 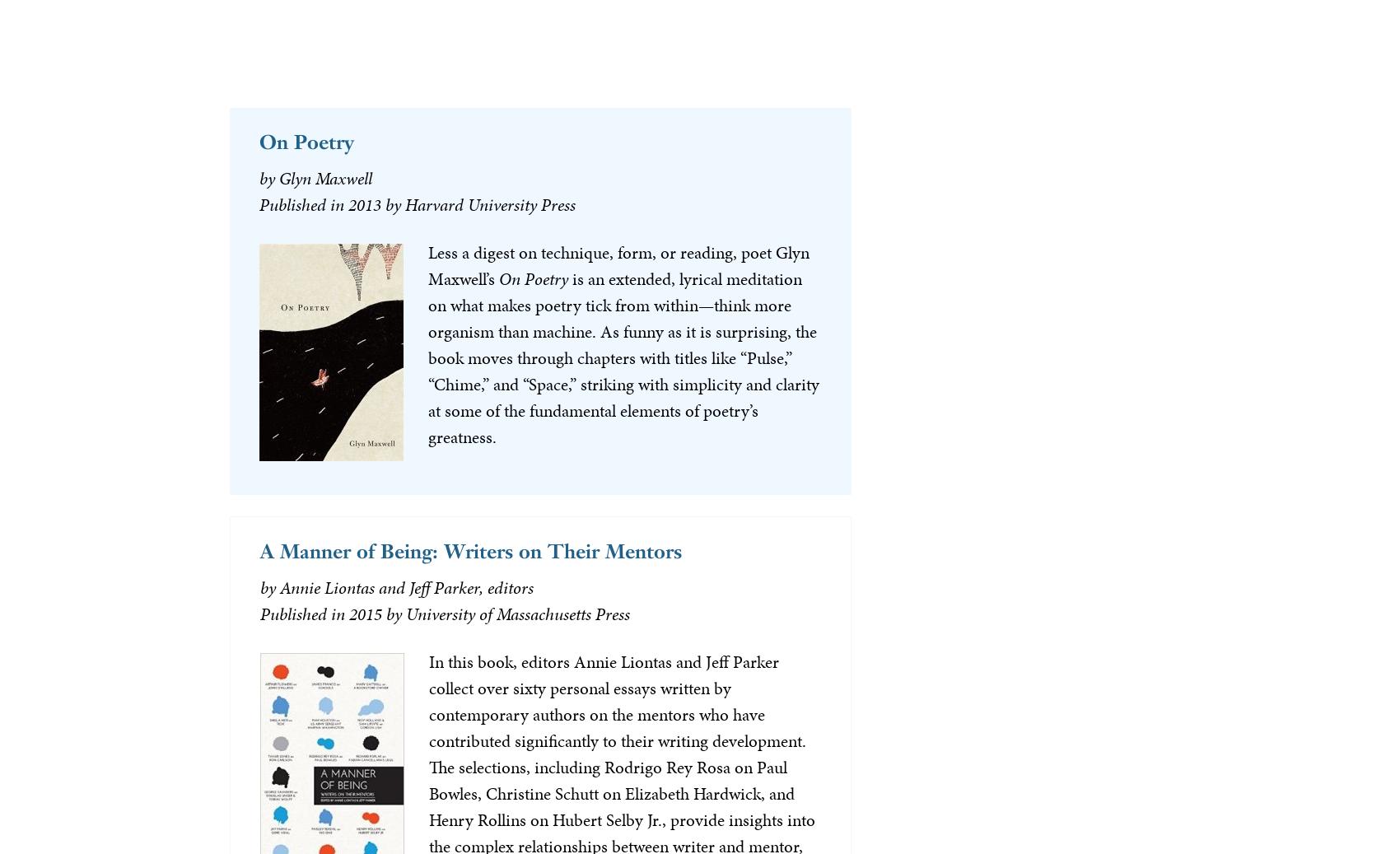 I want to click on 'by University of Massachusetts Press', so click(x=385, y=613).